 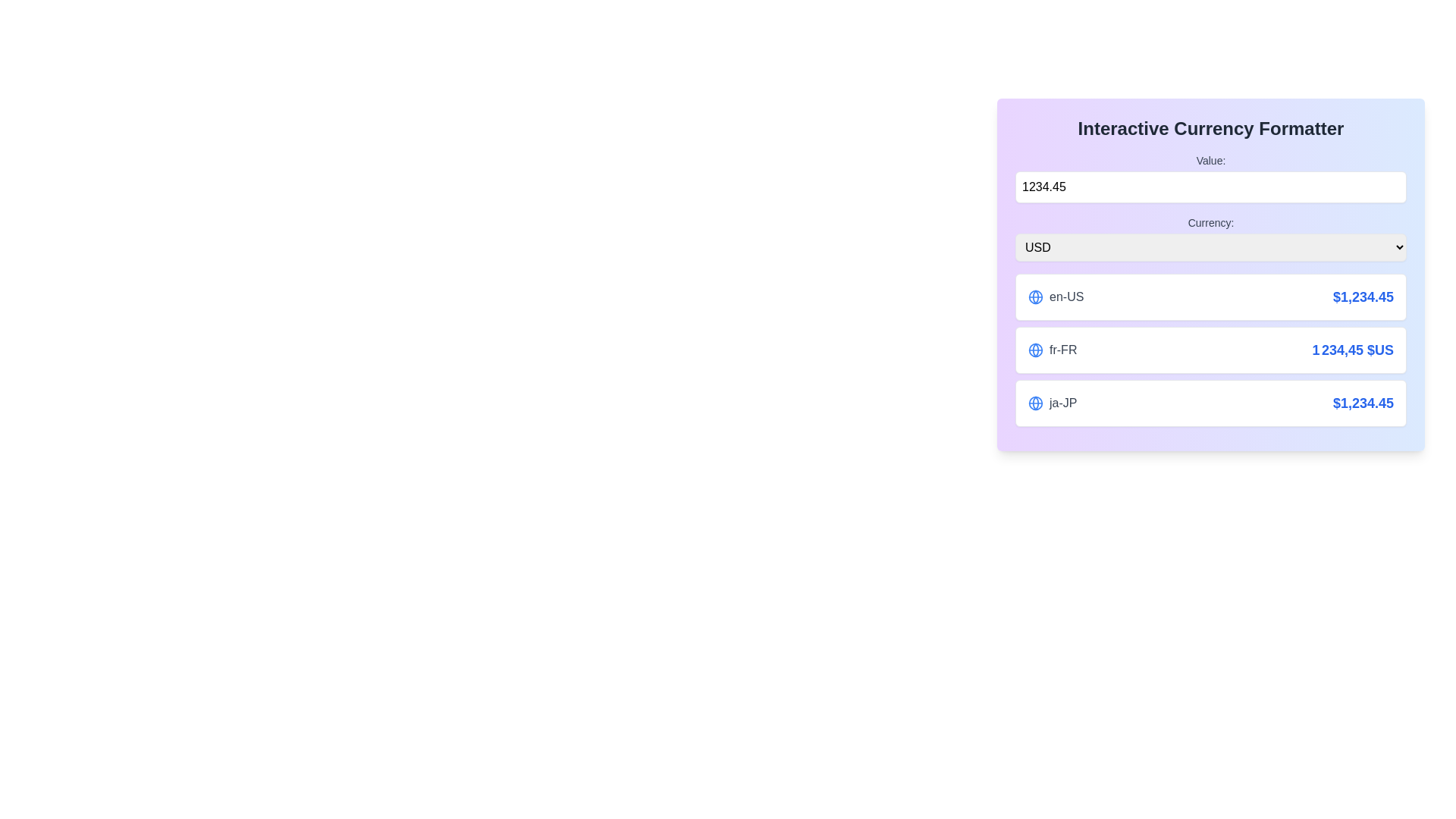 I want to click on the Text Label located at the top of the interface, which serves as a descriptive label for the numerical input field below it, so click(x=1210, y=161).